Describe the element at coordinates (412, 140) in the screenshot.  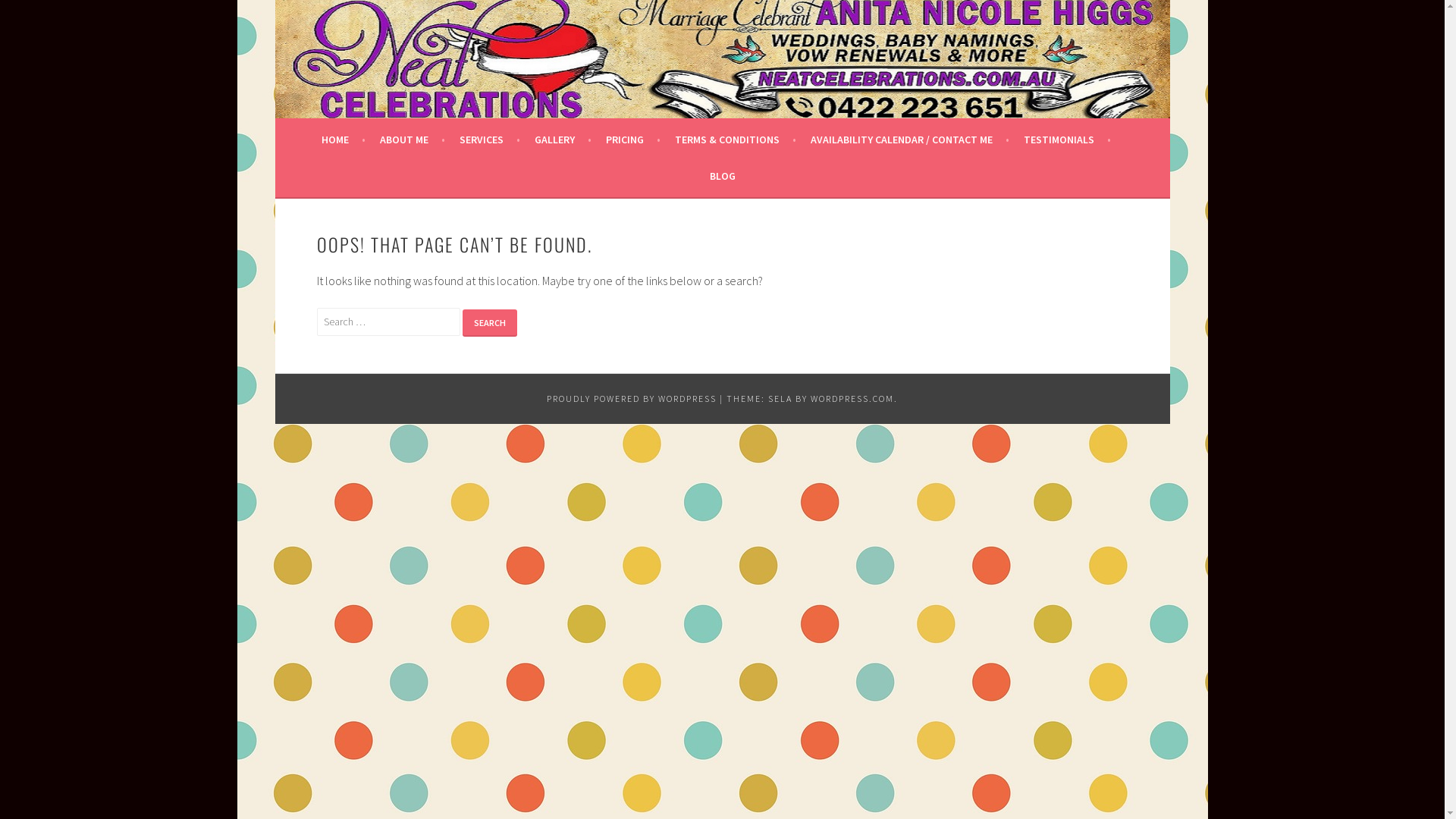
I see `'ABOUT ME'` at that location.